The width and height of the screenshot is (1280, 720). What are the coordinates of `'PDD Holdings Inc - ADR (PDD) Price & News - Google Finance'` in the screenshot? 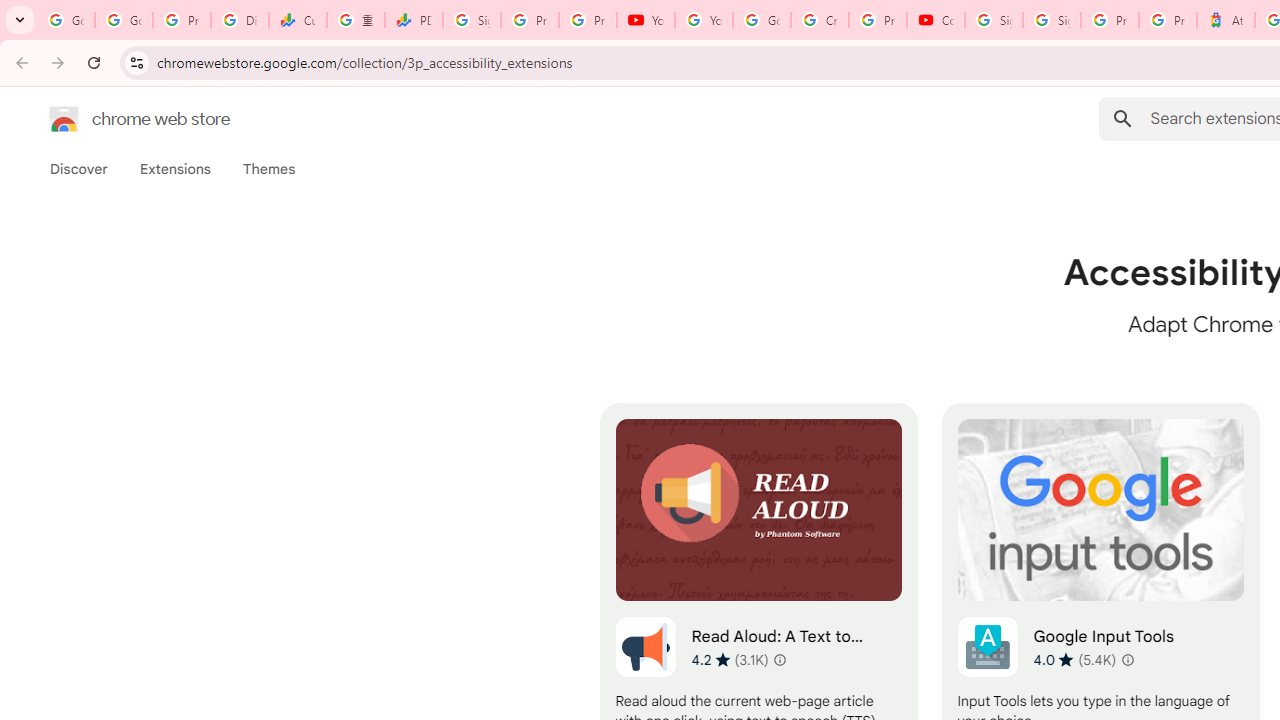 It's located at (413, 20).